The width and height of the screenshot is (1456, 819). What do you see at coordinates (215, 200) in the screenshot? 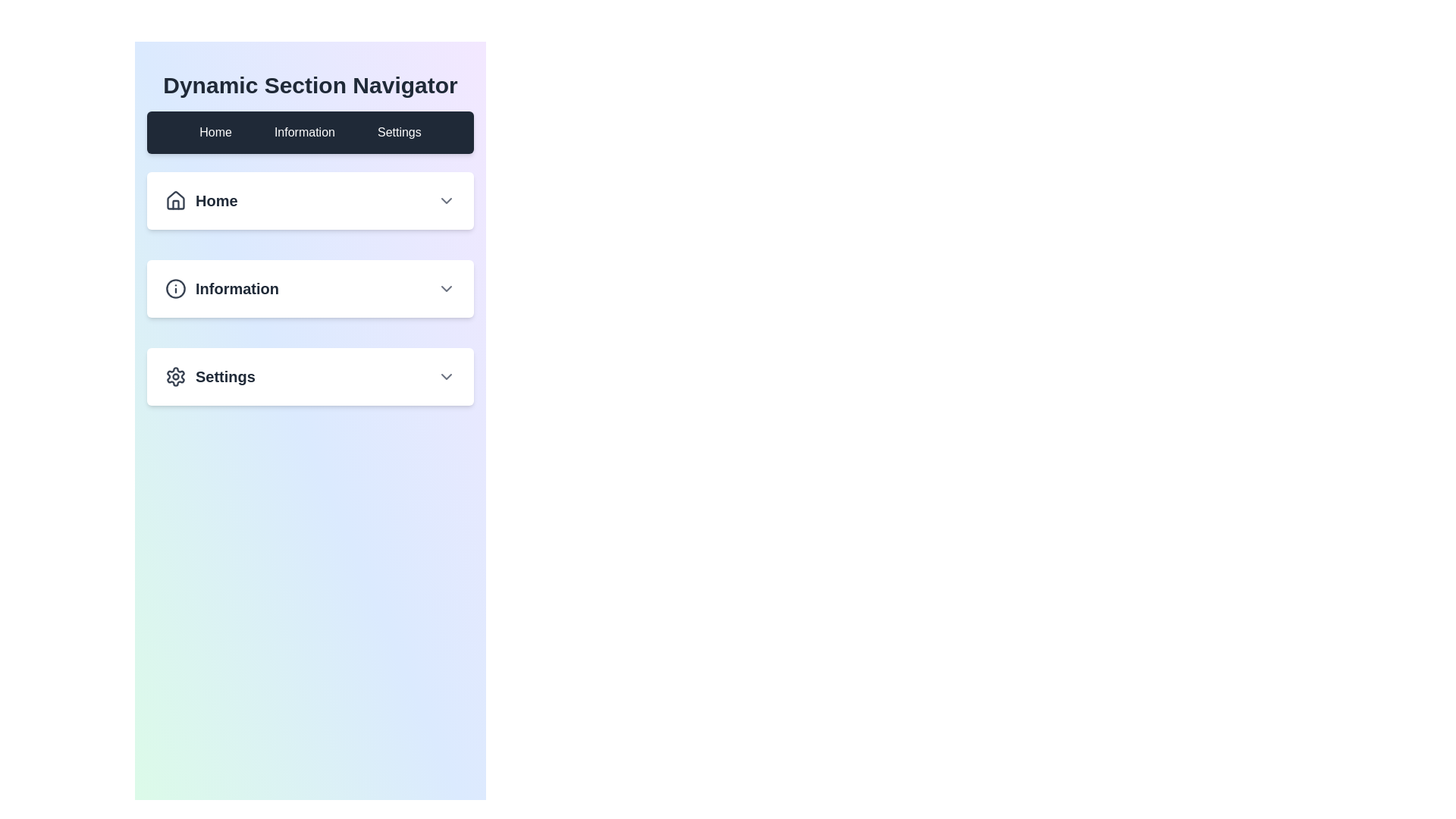
I see `the 'Home' text label` at bounding box center [215, 200].